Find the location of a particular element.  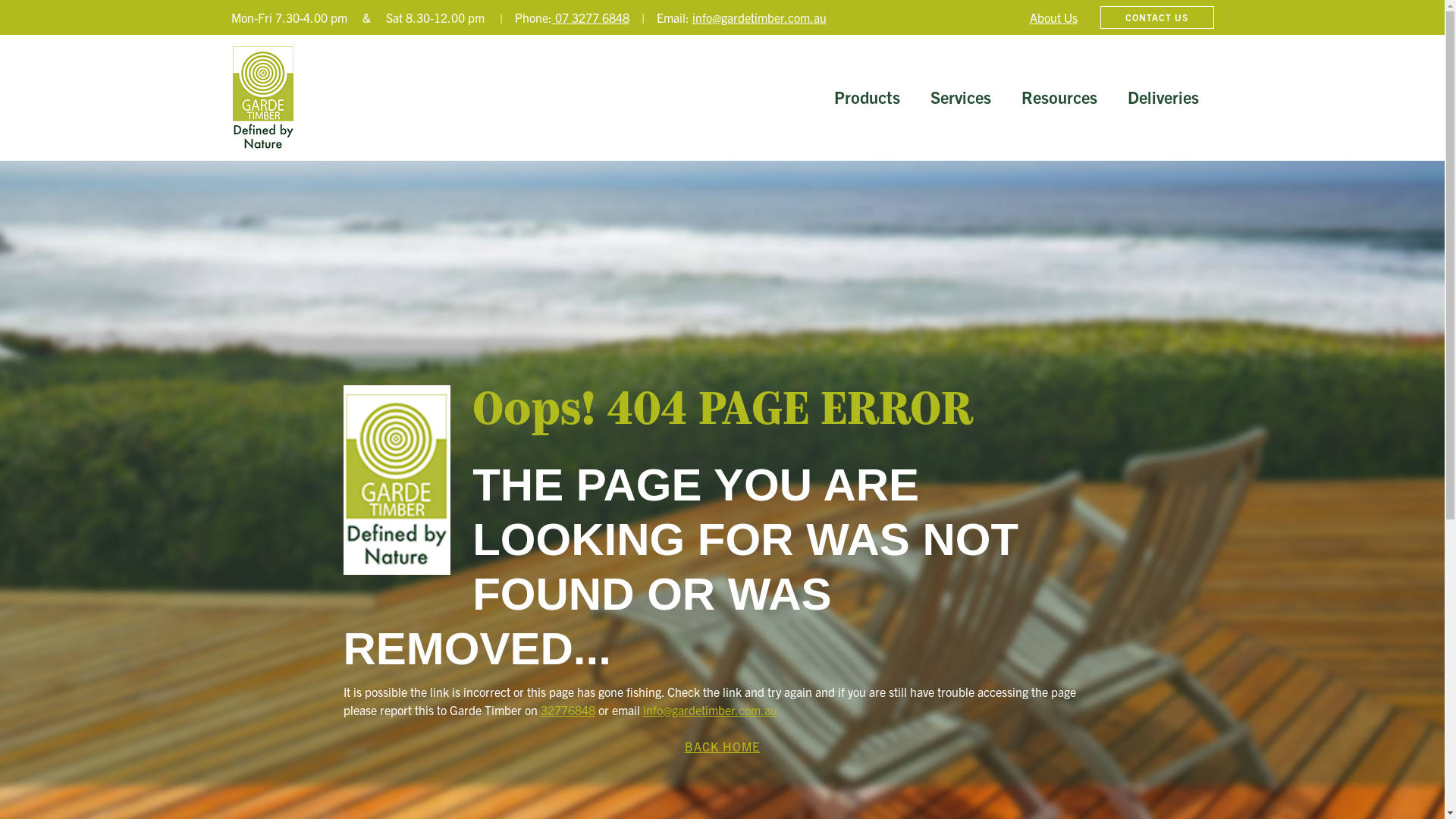

'32776848' is located at coordinates (566, 710).